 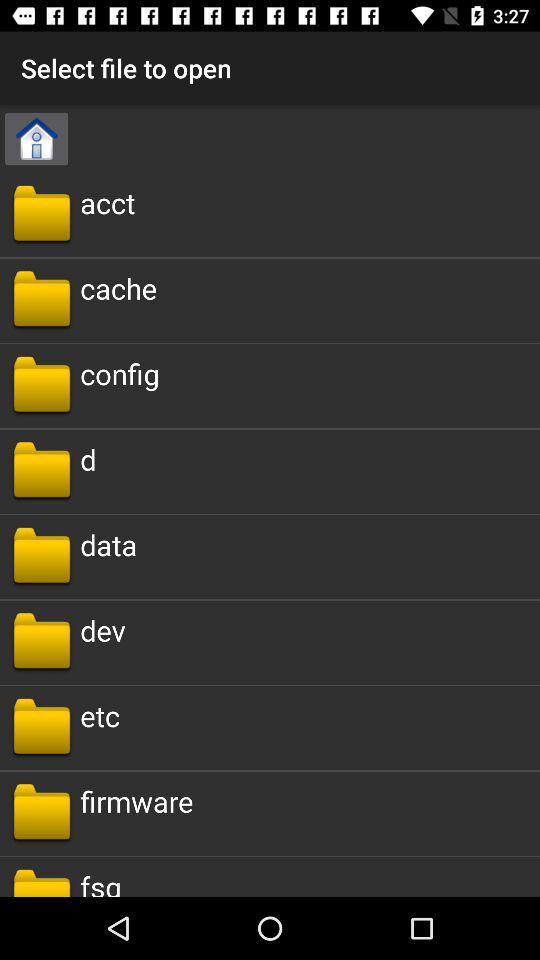 I want to click on button beside dev, so click(x=42, y=641).